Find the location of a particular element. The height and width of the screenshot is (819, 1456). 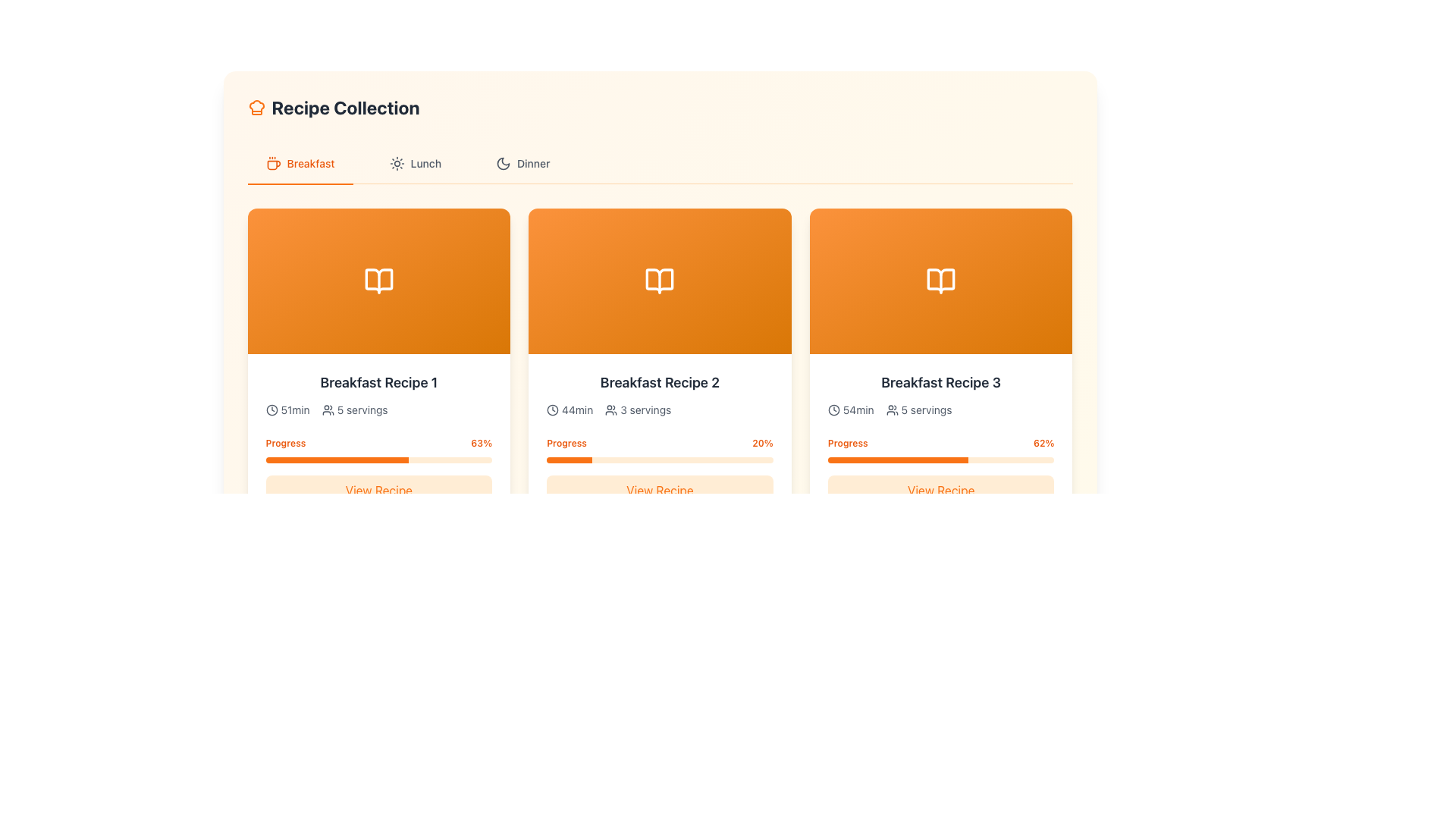

the progress indication of the Progress Bar within the 'Breakfast Recipe 2' card, located between the '3 servings' text and the 'View Recipe' button is located at coordinates (660, 446).